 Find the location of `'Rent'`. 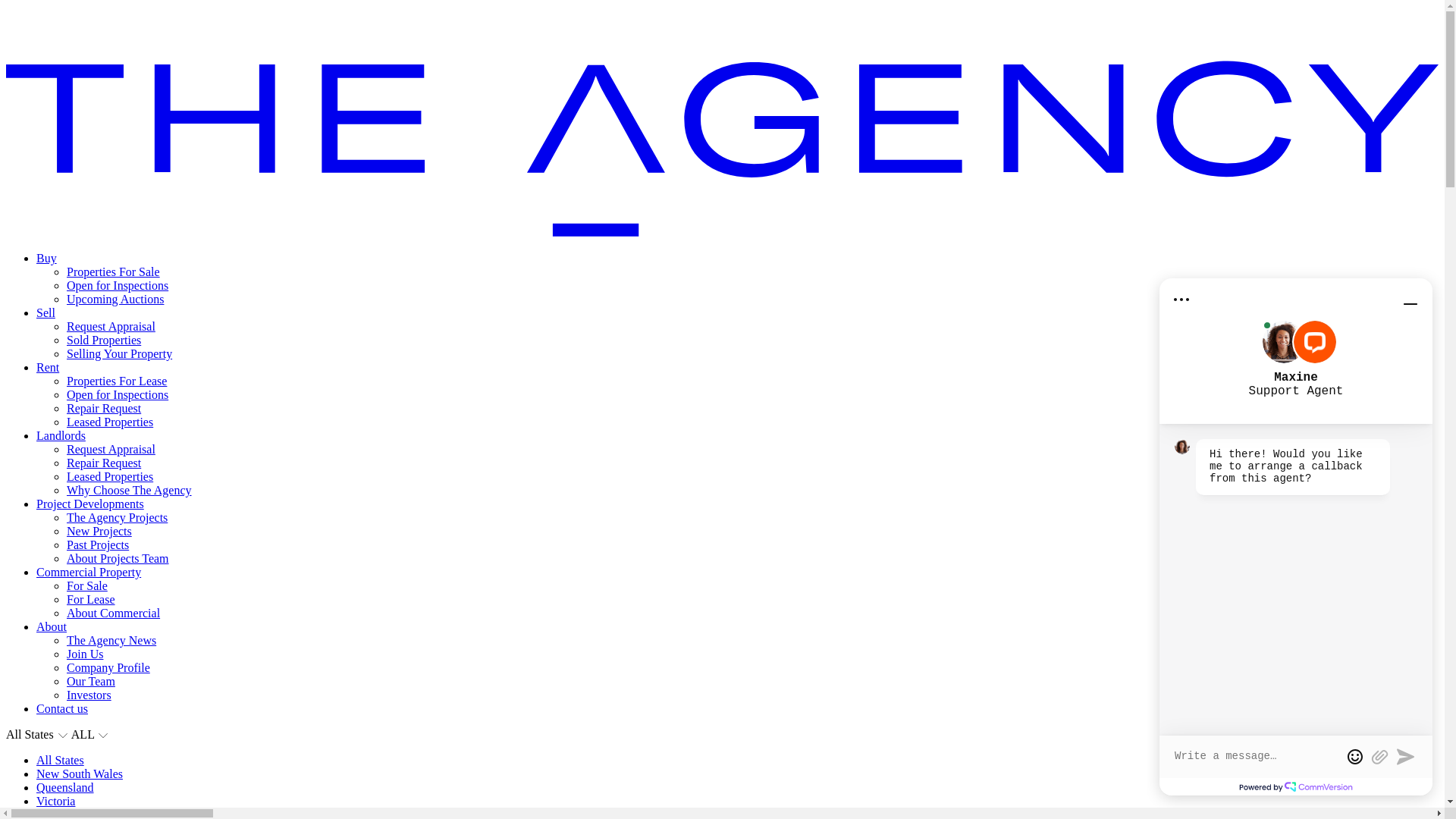

'Rent' is located at coordinates (47, 367).